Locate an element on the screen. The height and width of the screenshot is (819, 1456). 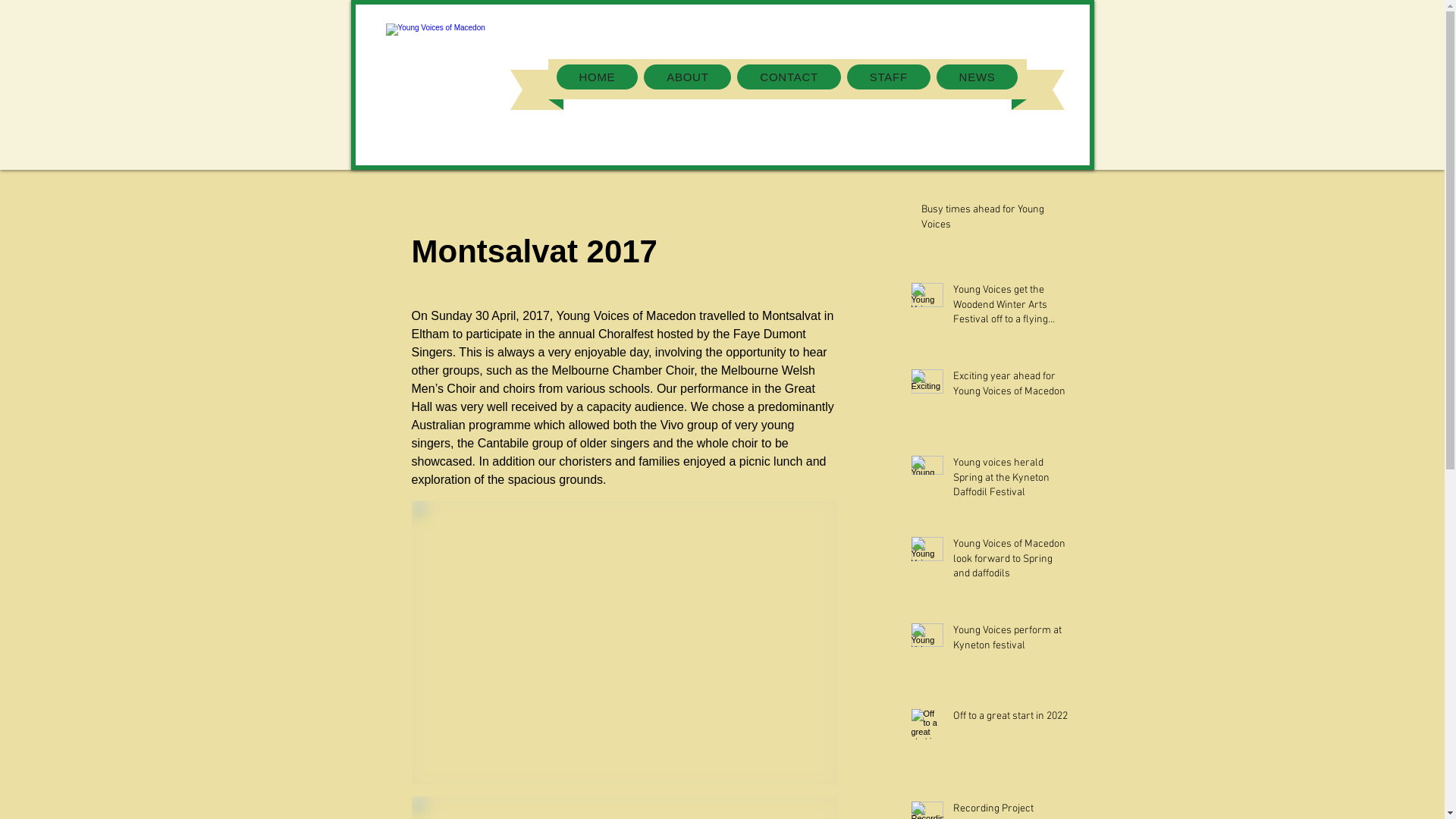
'Busy times ahead for Young Voices' is located at coordinates (994, 219).